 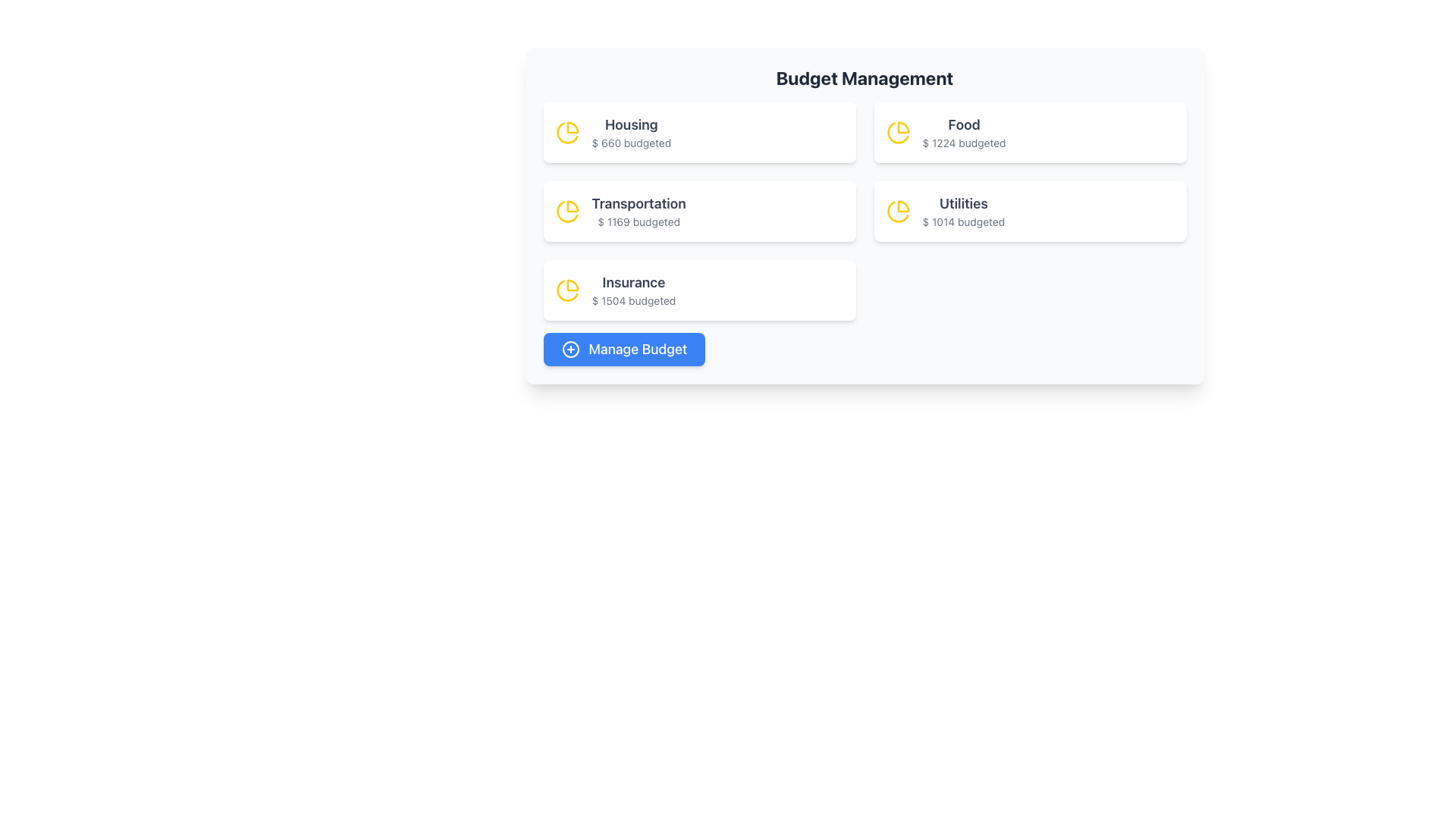 I want to click on the 'Housing' label which displays the text '$660 budgeted' within the first card of the budget categories under 'Budget Management.', so click(x=631, y=131).